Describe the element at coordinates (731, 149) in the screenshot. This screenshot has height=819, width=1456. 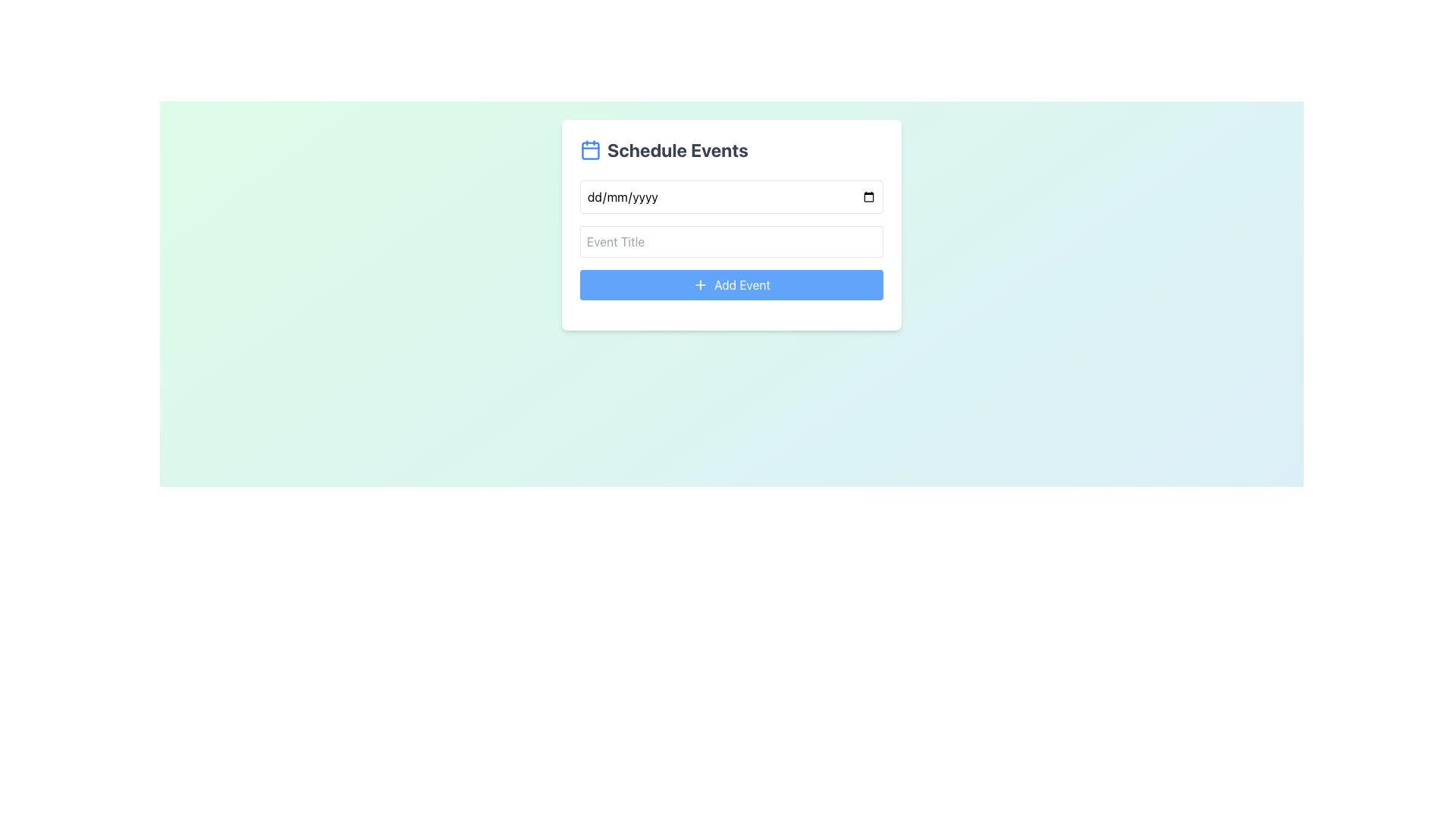
I see `the text header element displaying 'Schedule Events', which is styled in bold, large font with dark gray coloring and accompanied by a blue calendar icon to its left` at that location.